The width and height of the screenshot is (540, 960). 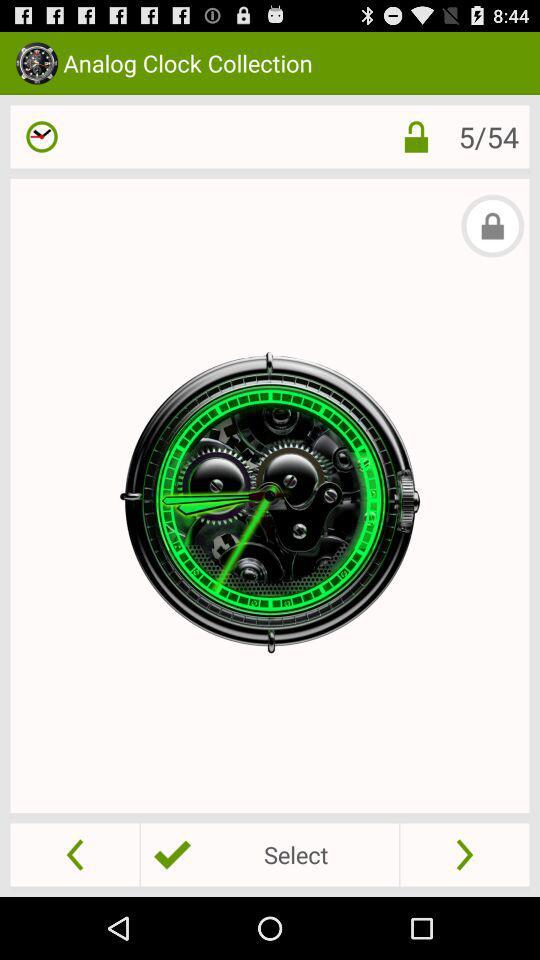 I want to click on the lock icon, so click(x=415, y=145).